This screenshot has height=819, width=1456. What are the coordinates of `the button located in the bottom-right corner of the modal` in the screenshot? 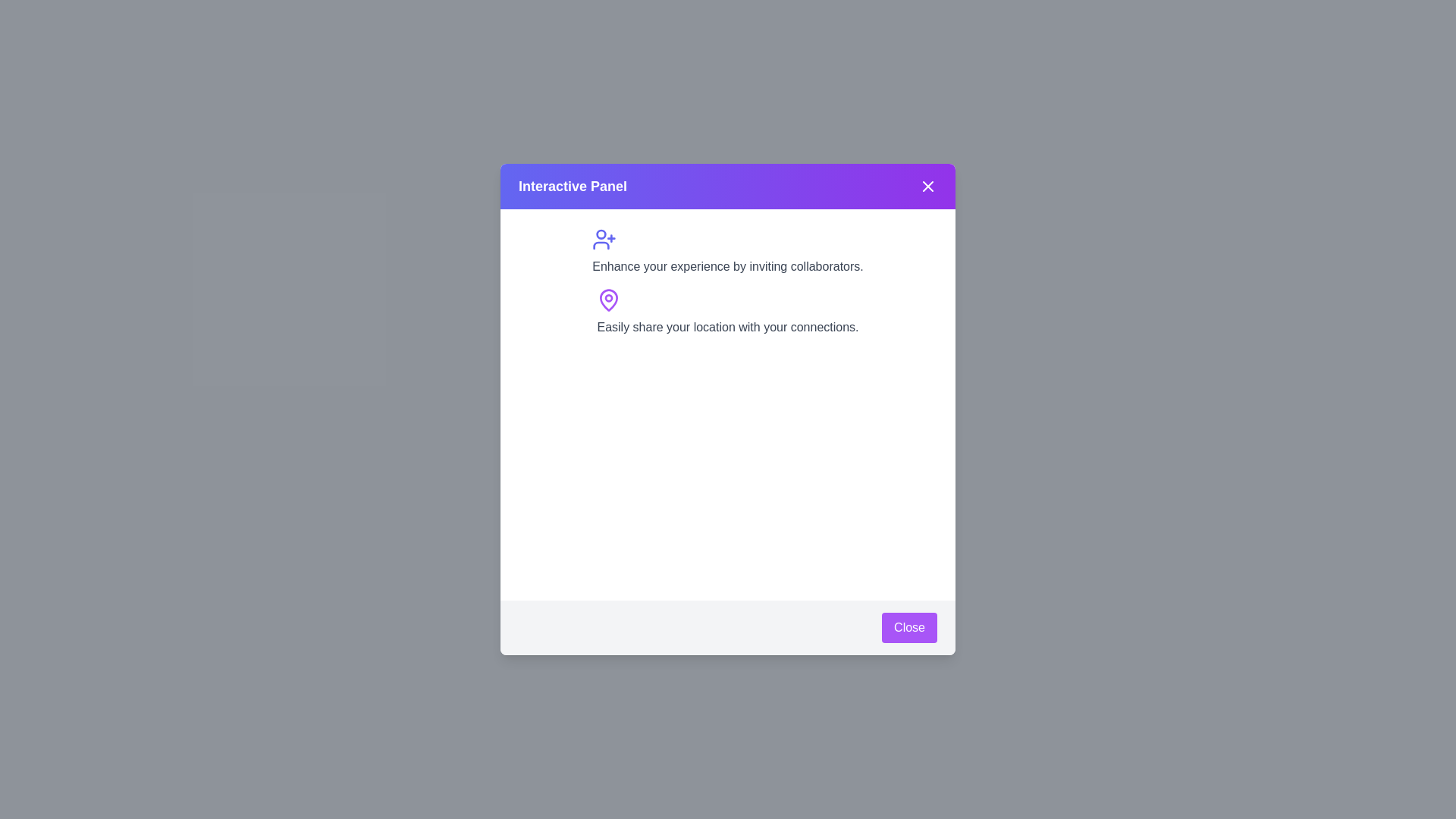 It's located at (909, 628).